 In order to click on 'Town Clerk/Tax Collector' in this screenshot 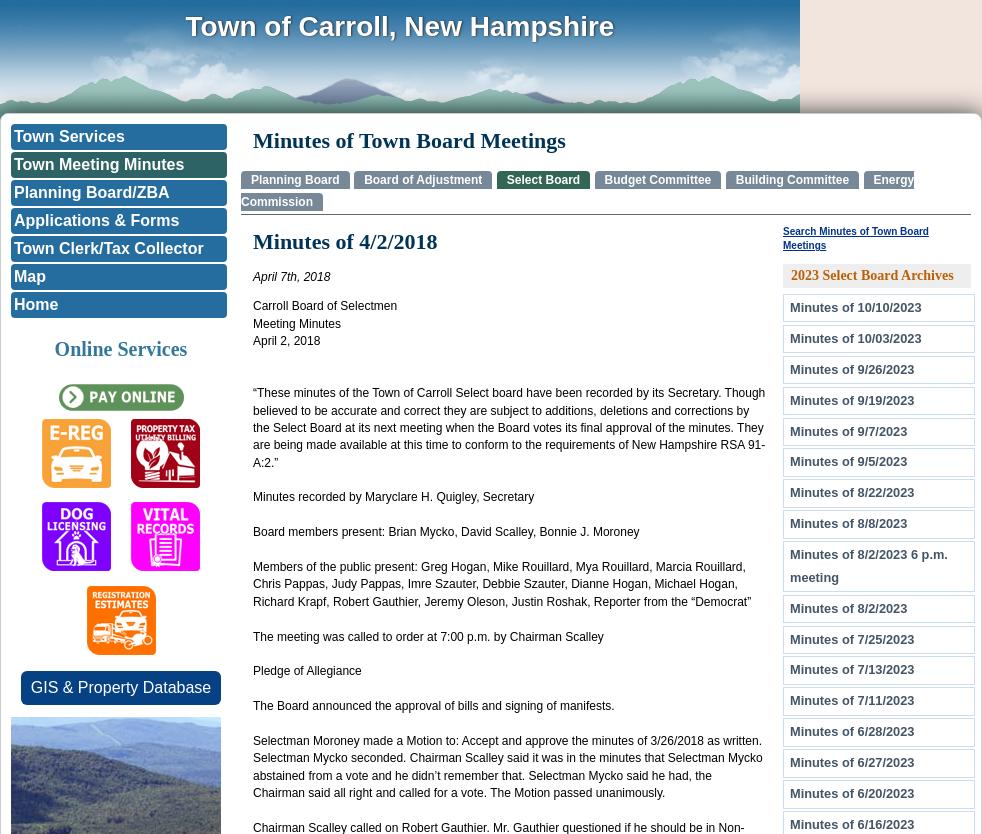, I will do `click(107, 247)`.